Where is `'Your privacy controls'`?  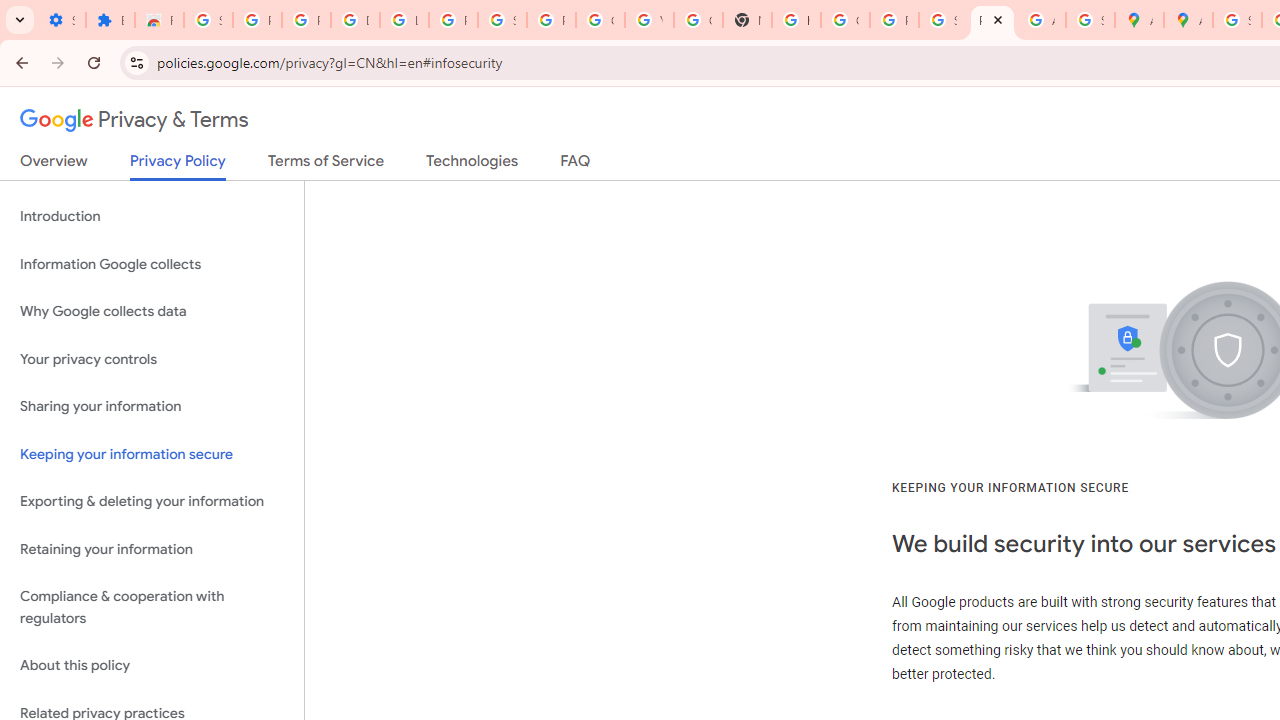
'Your privacy controls' is located at coordinates (151, 358).